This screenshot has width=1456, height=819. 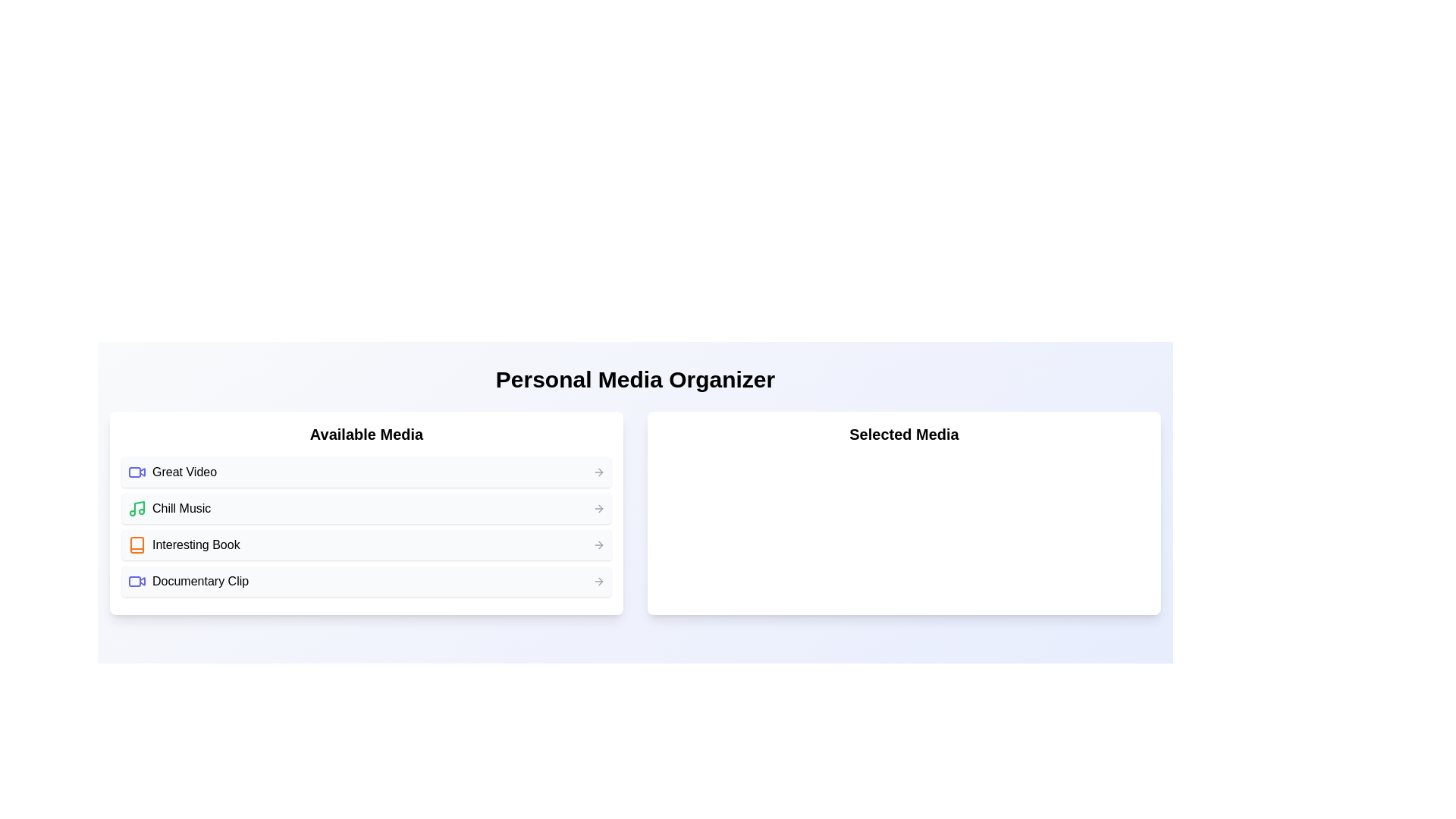 I want to click on the list item labeled 'Interesting Book' with an orange book icon, which is the third entry in the 'Available Media' list, so click(x=183, y=544).